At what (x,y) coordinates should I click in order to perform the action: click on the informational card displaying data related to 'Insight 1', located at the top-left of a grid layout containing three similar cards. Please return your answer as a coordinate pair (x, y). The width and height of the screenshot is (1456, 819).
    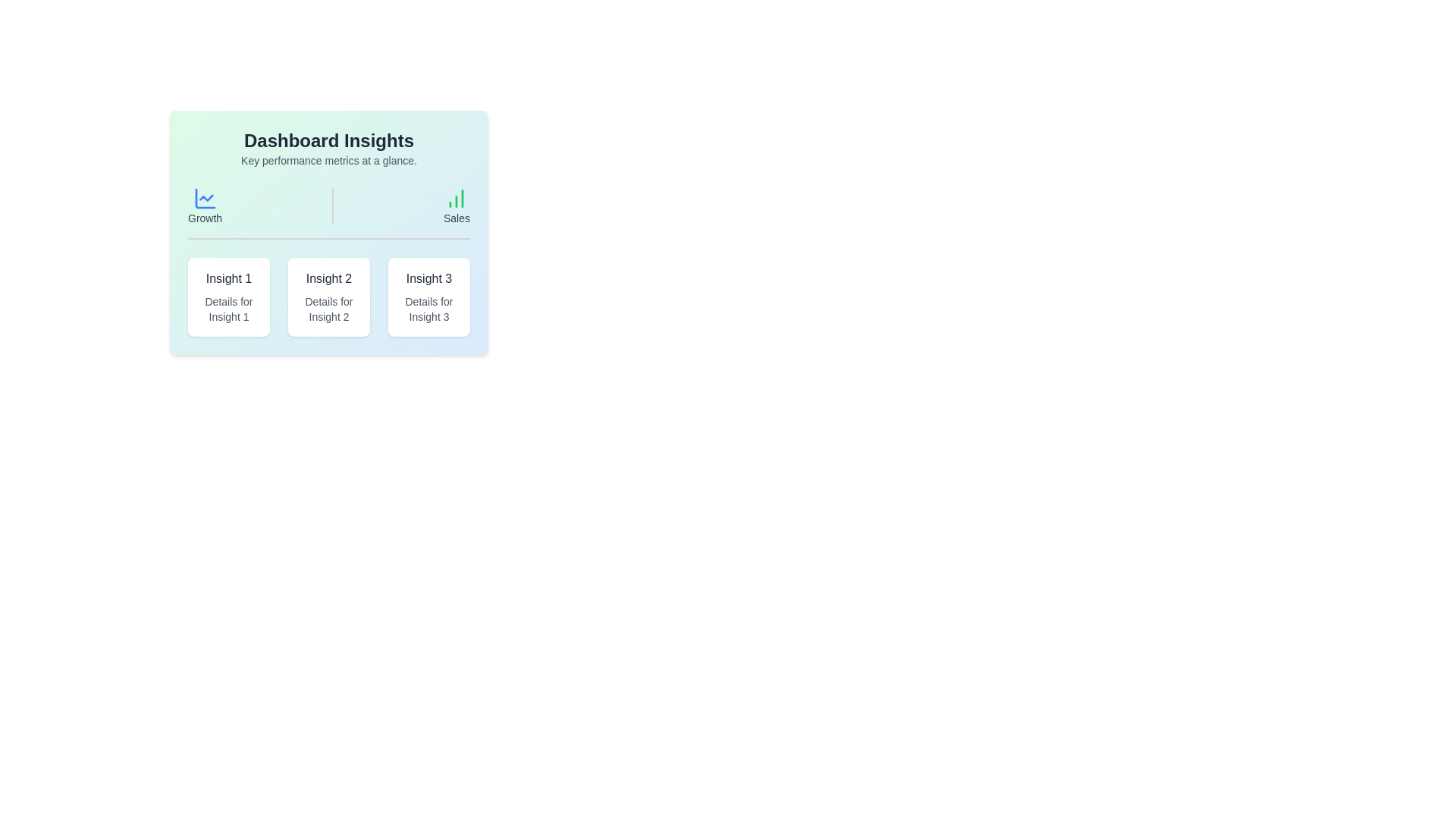
    Looking at the image, I should click on (228, 297).